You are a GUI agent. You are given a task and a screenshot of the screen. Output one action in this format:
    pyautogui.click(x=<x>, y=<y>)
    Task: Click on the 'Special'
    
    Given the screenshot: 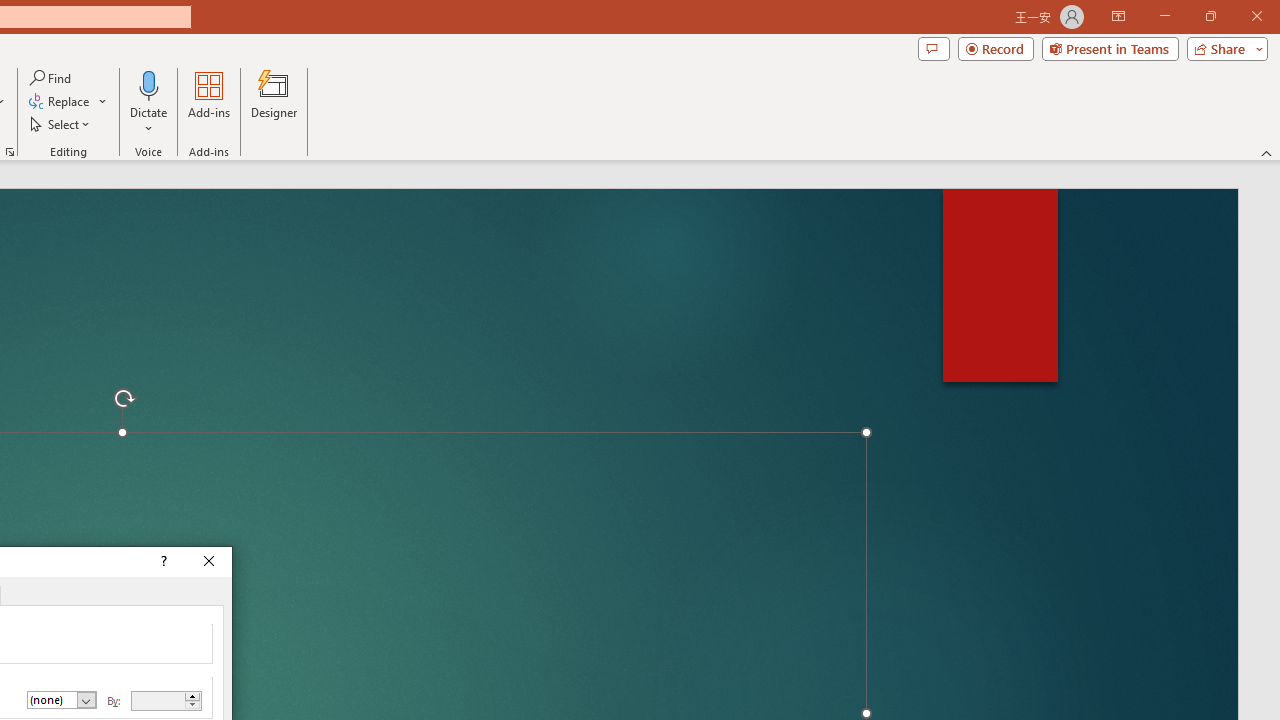 What is the action you would take?
    pyautogui.click(x=62, y=699)
    